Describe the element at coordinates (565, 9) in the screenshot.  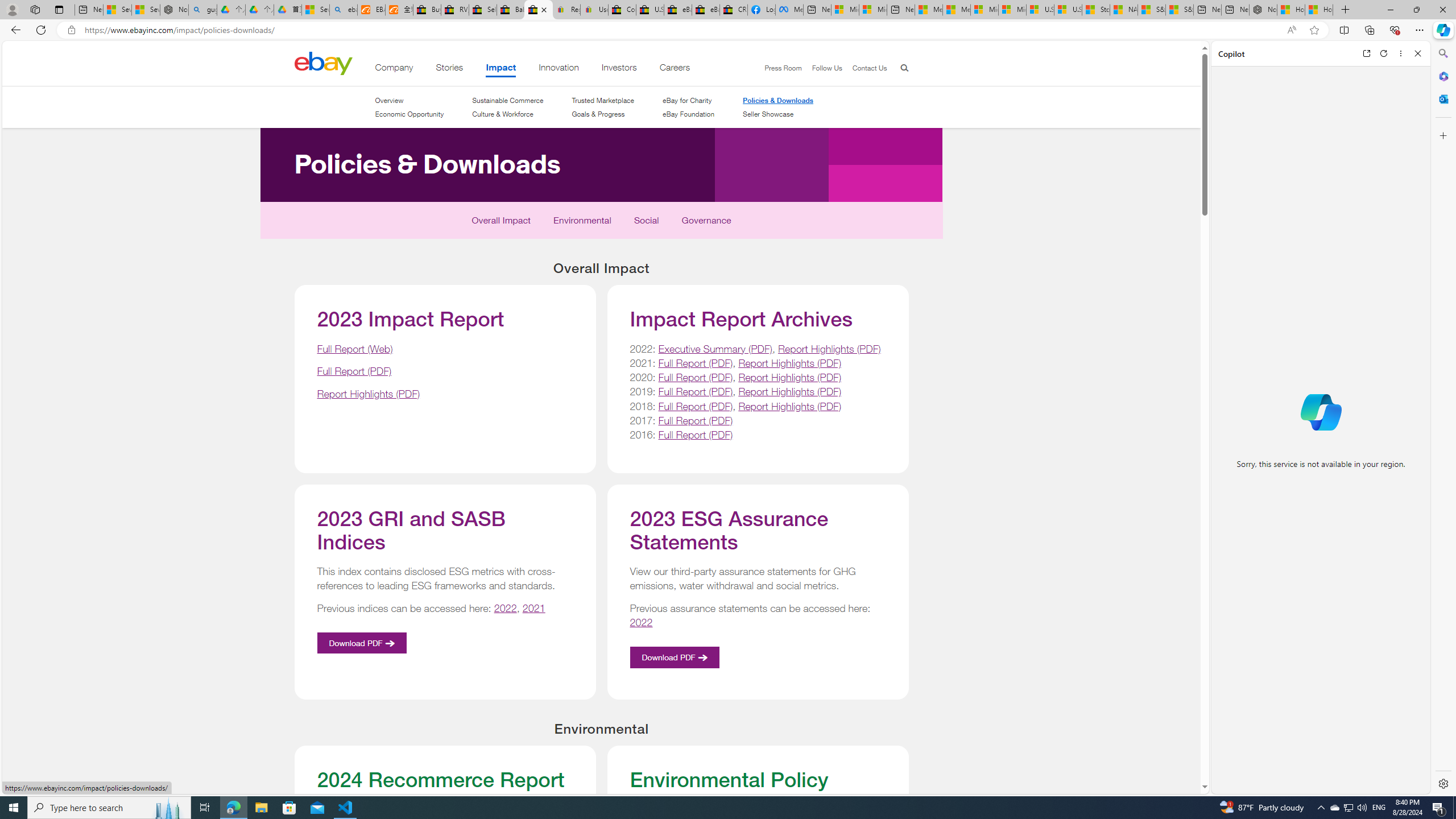
I see `'Register: Create a personal eBay account'` at that location.